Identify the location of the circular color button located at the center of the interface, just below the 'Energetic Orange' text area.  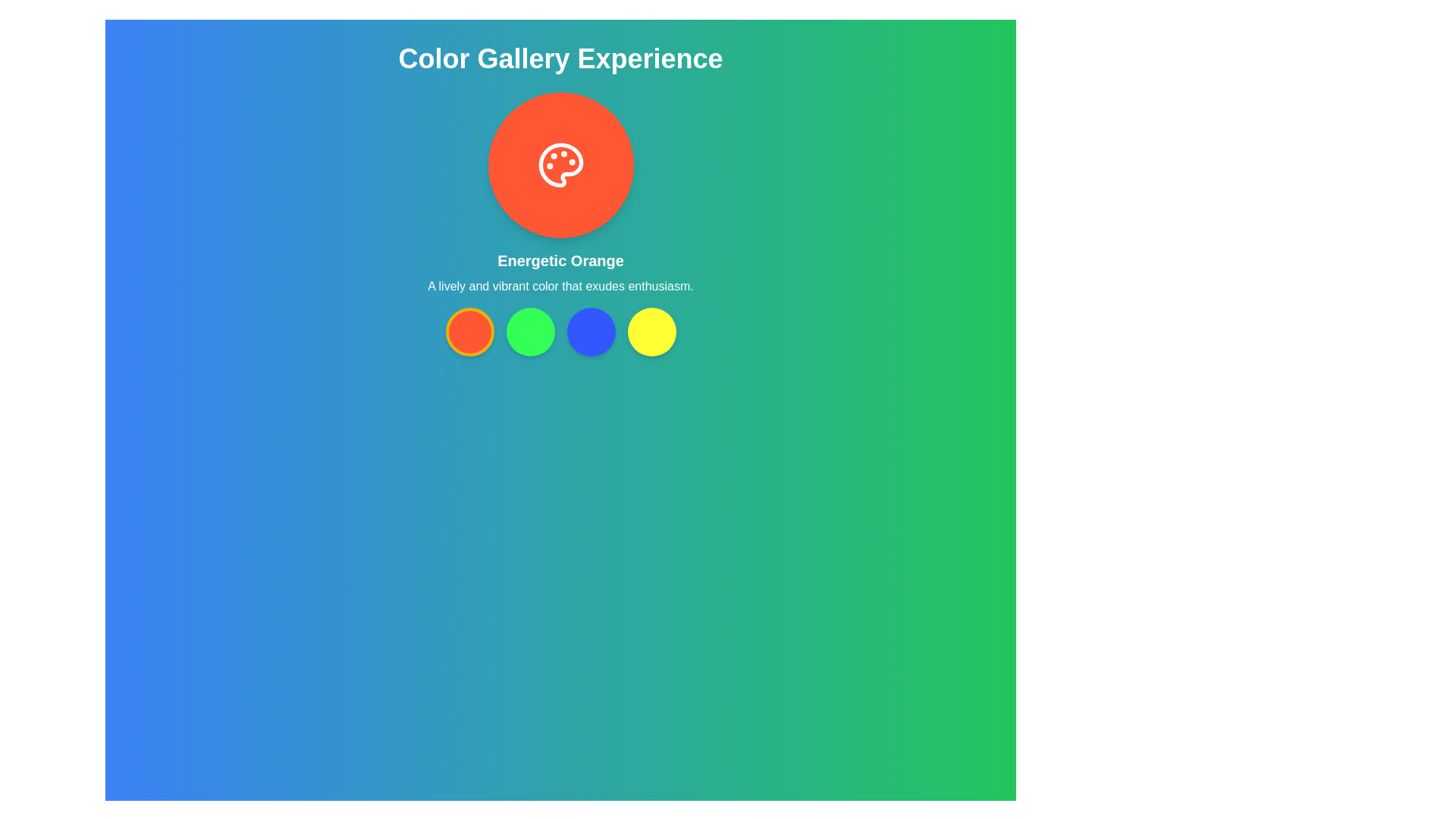
(560, 331).